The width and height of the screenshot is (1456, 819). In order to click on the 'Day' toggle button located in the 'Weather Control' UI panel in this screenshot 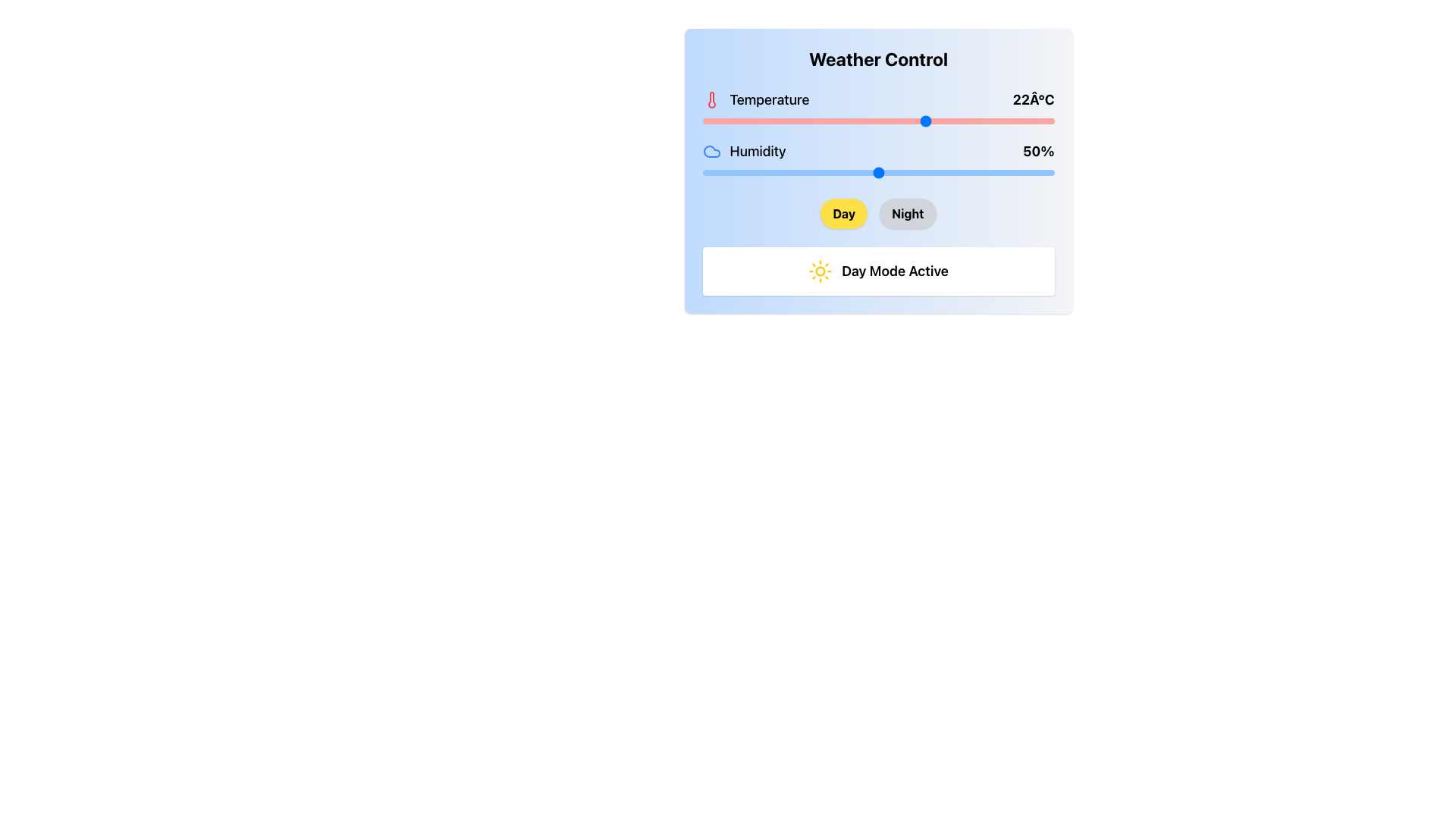, I will do `click(843, 213)`.